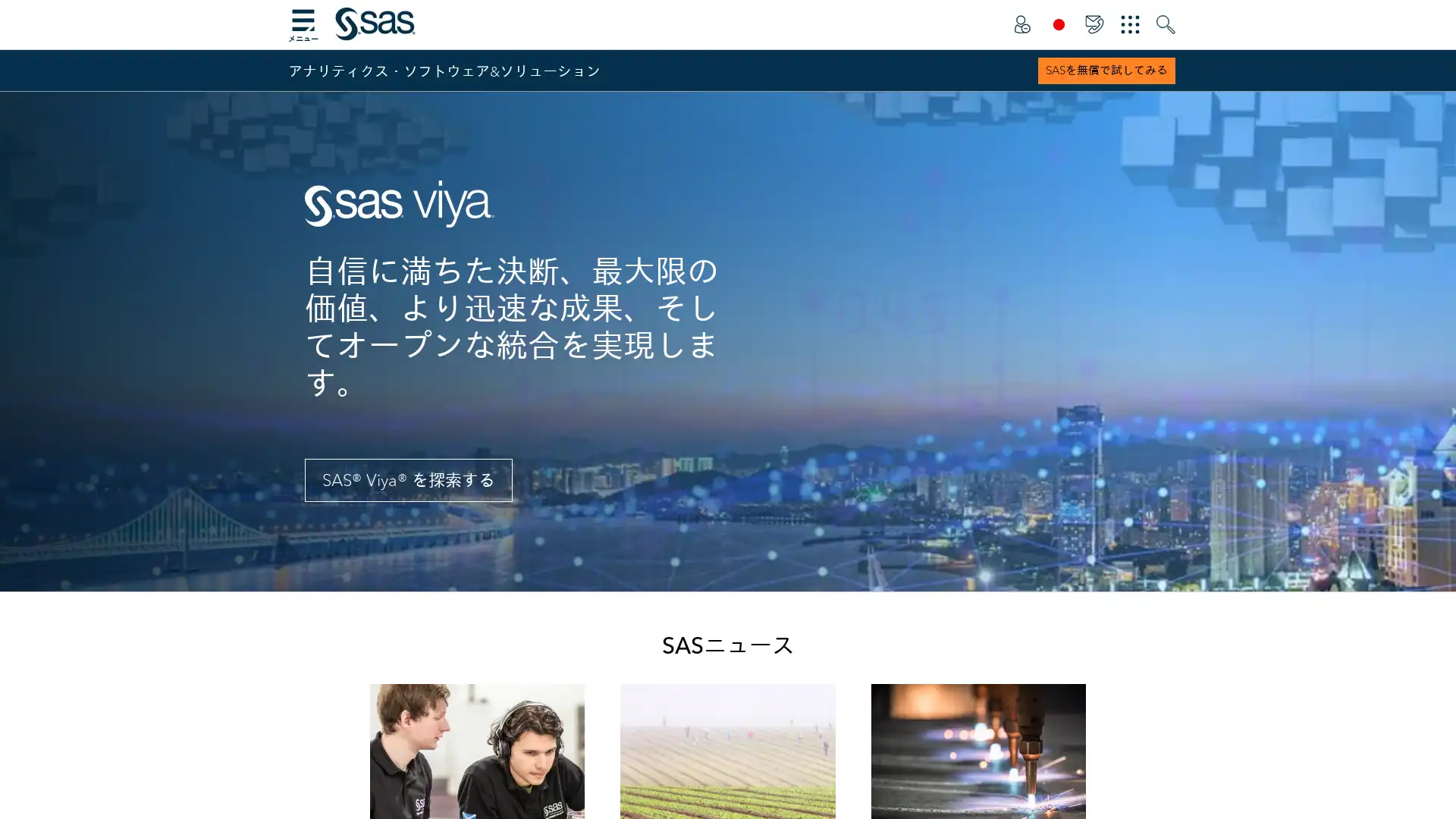  Describe the element at coordinates (1058, 24) in the screenshot. I see `Worldwide Sites` at that location.